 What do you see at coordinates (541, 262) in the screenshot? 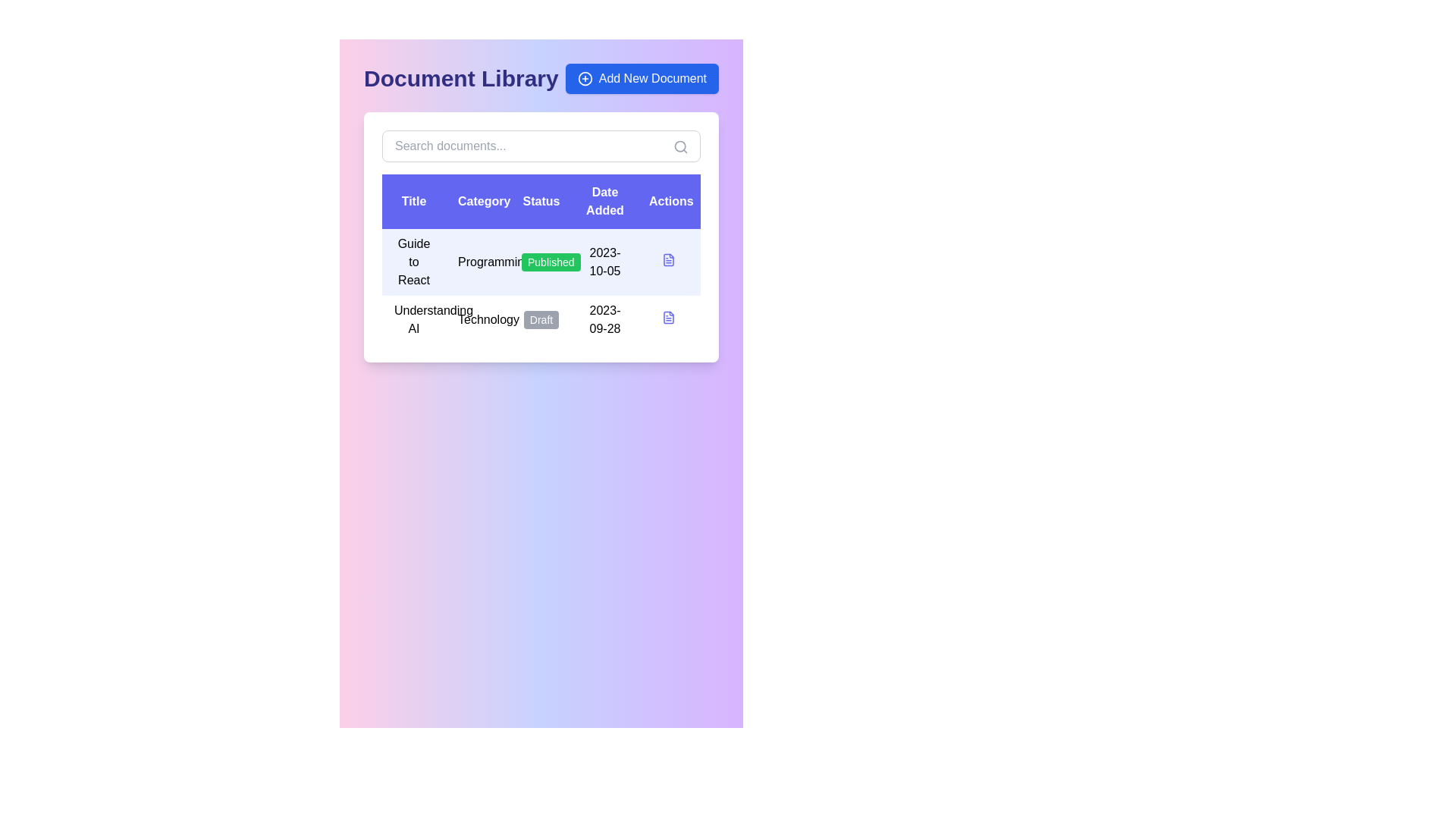
I see `the first row item in the Document Library table that contains the text 'Guide to React' and the green label 'Published'` at bounding box center [541, 262].